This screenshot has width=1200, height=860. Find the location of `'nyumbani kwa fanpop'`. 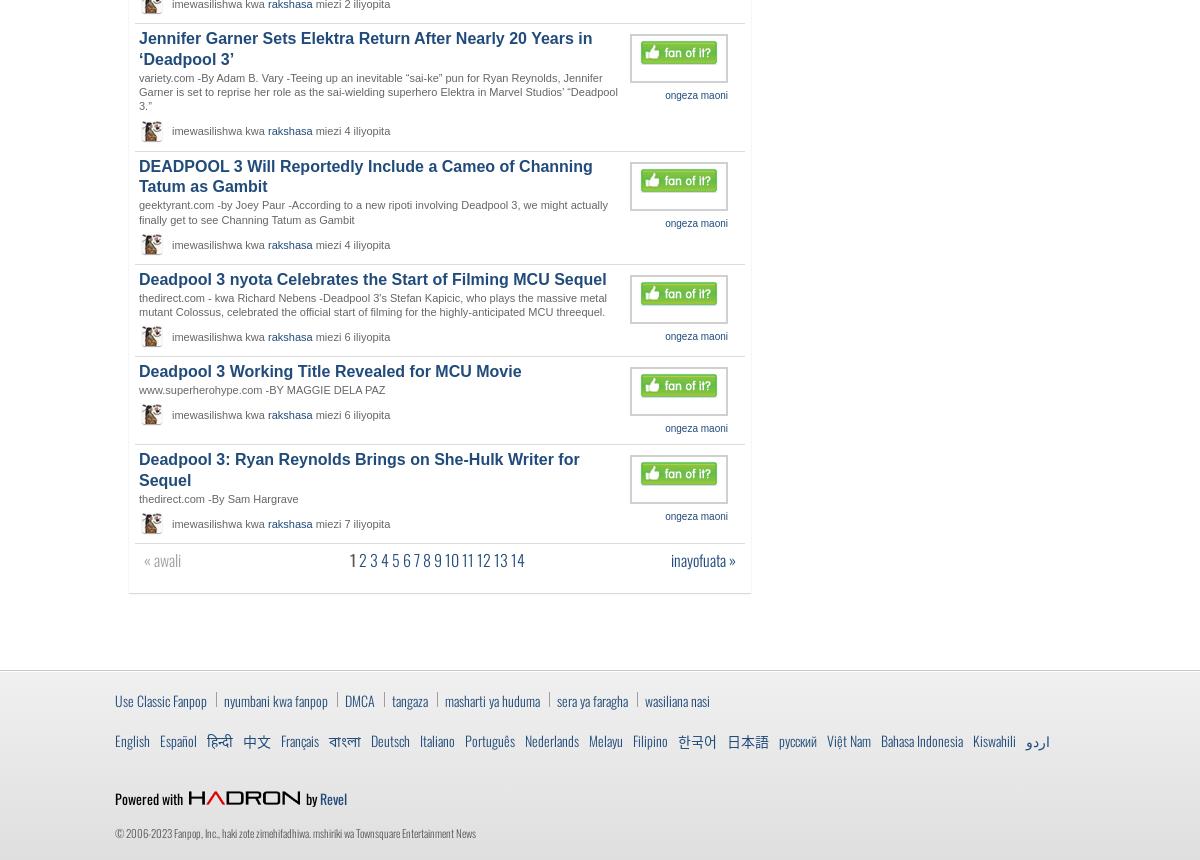

'nyumbani kwa fanpop' is located at coordinates (275, 699).